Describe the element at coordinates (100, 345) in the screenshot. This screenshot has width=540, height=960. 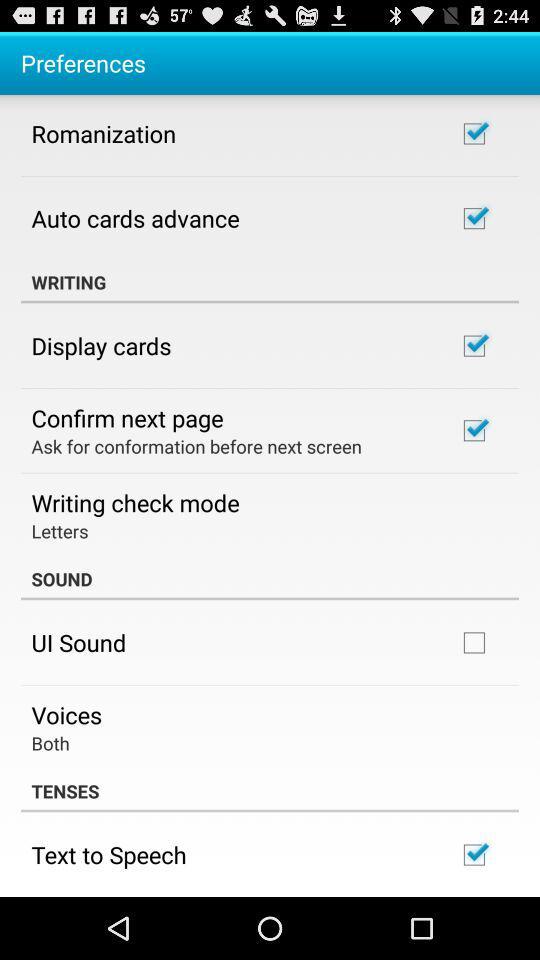
I see `the app below the writing icon` at that location.